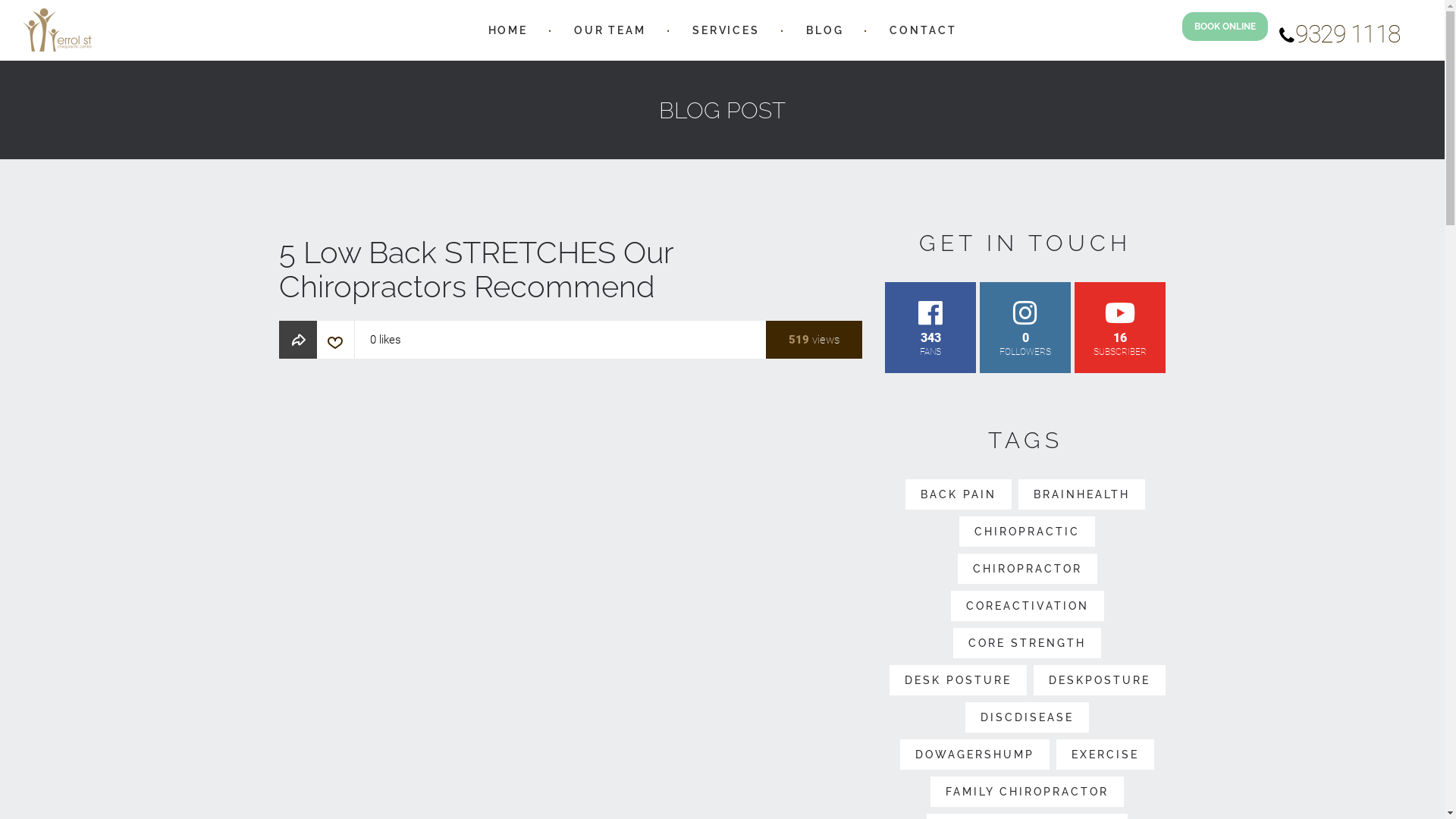 The height and width of the screenshot is (819, 1456). I want to click on 'DESK POSTURE', so click(889, 679).